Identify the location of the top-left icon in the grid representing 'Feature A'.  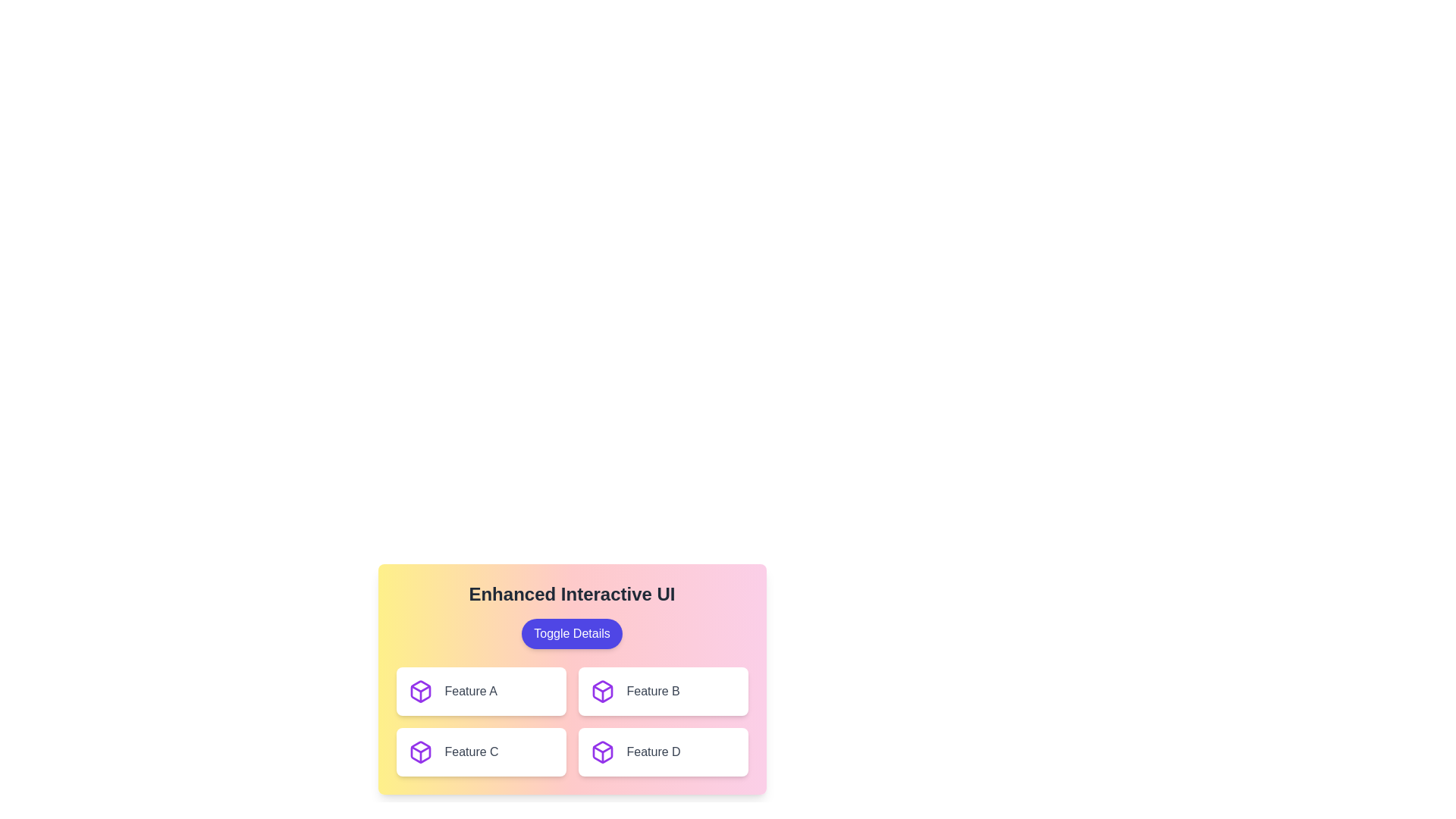
(420, 691).